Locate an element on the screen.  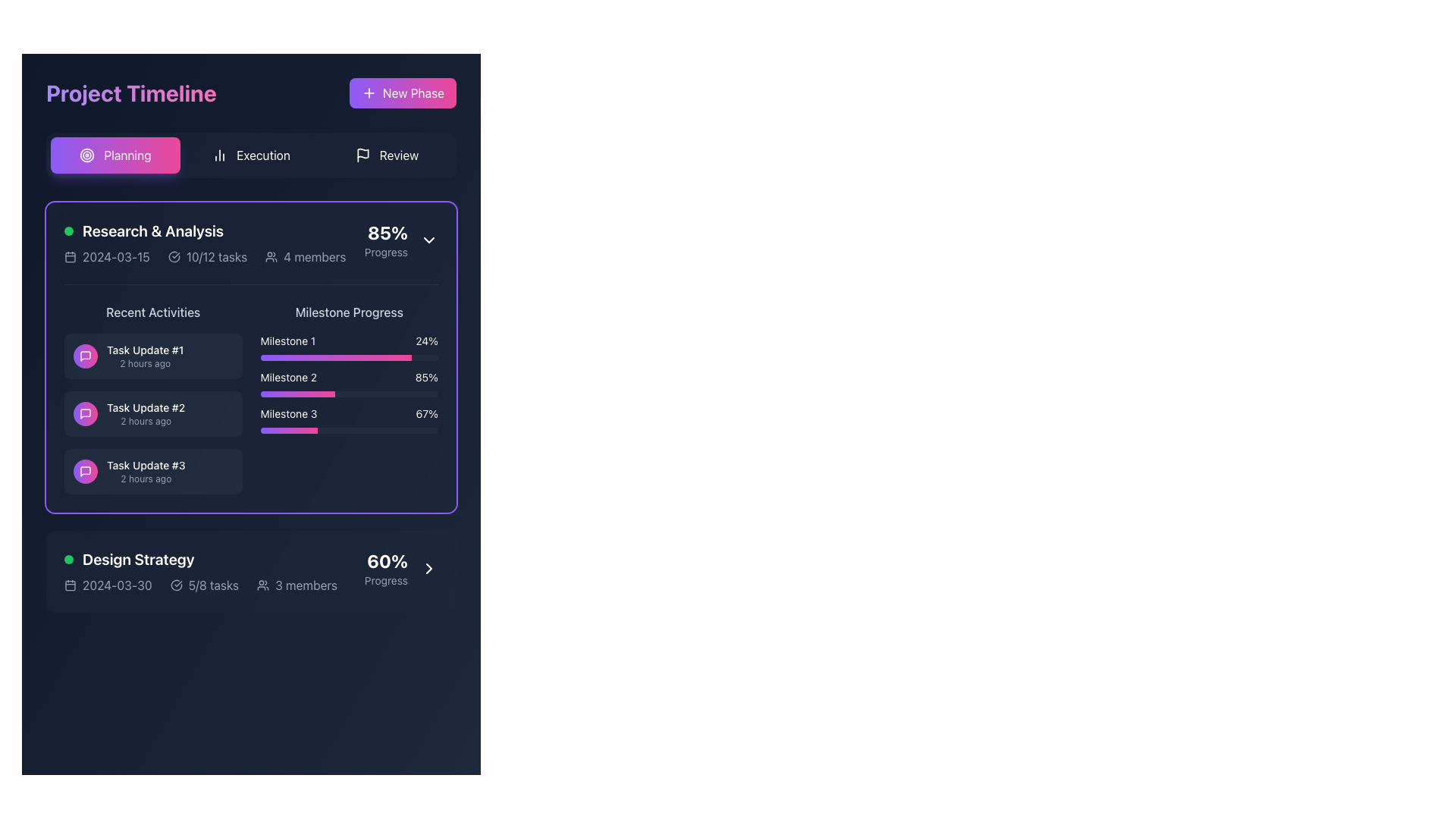
the icon representing multiple user silhouettes located in the 'Design Strategy' milestone section, positioned to the left of the '3 members' text and below the '5/8 tasks' progress information is located at coordinates (263, 584).